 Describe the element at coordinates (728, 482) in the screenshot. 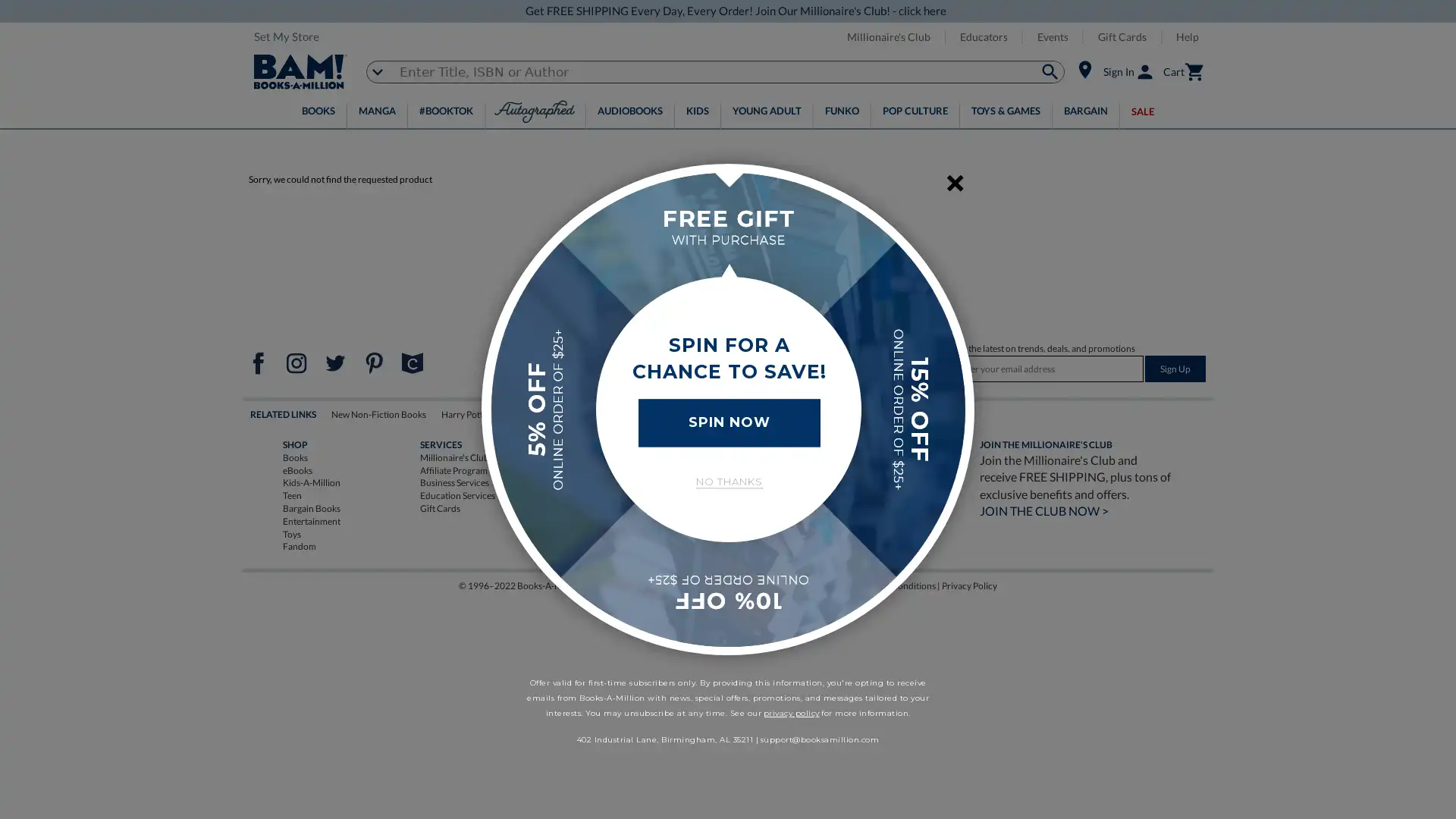

I see `No thanks` at that location.